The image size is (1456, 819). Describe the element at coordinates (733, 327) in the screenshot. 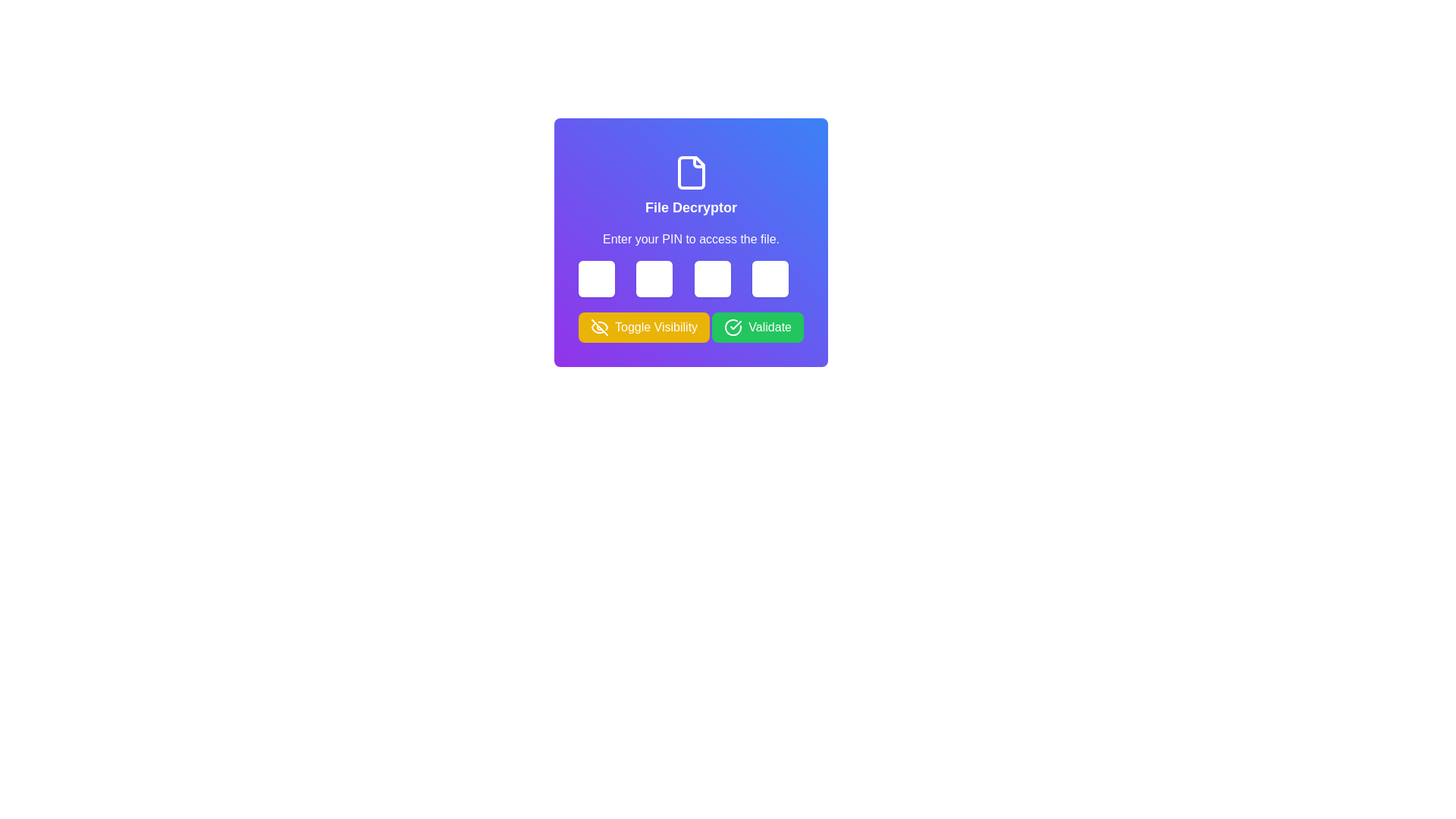

I see `the graphic icon with a checkmark symbol located inside the green 'Validate' button, positioned to the left of the text 'Validate'` at that location.